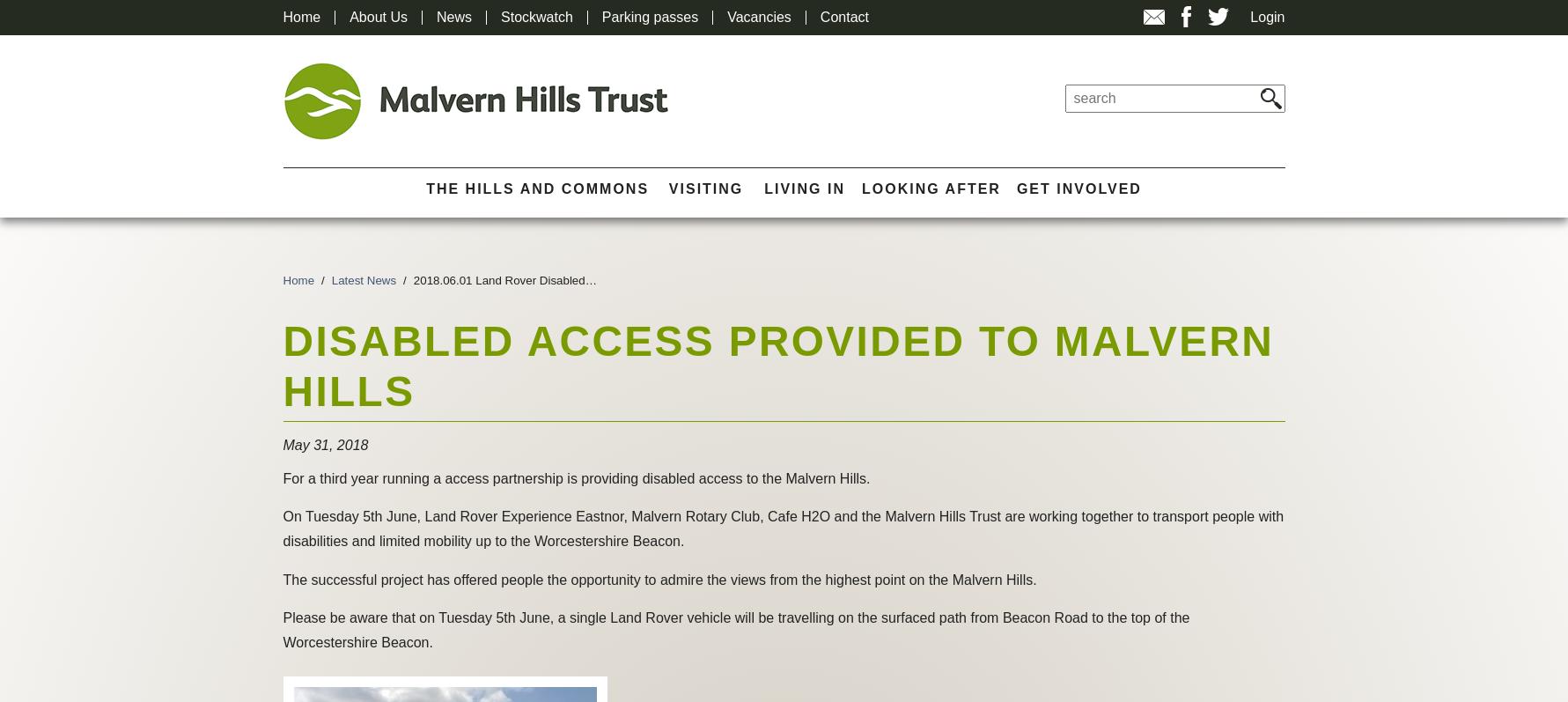 The image size is (1568, 702). What do you see at coordinates (778, 366) in the screenshot?
I see `'Disabled access provided to Malvern Hills'` at bounding box center [778, 366].